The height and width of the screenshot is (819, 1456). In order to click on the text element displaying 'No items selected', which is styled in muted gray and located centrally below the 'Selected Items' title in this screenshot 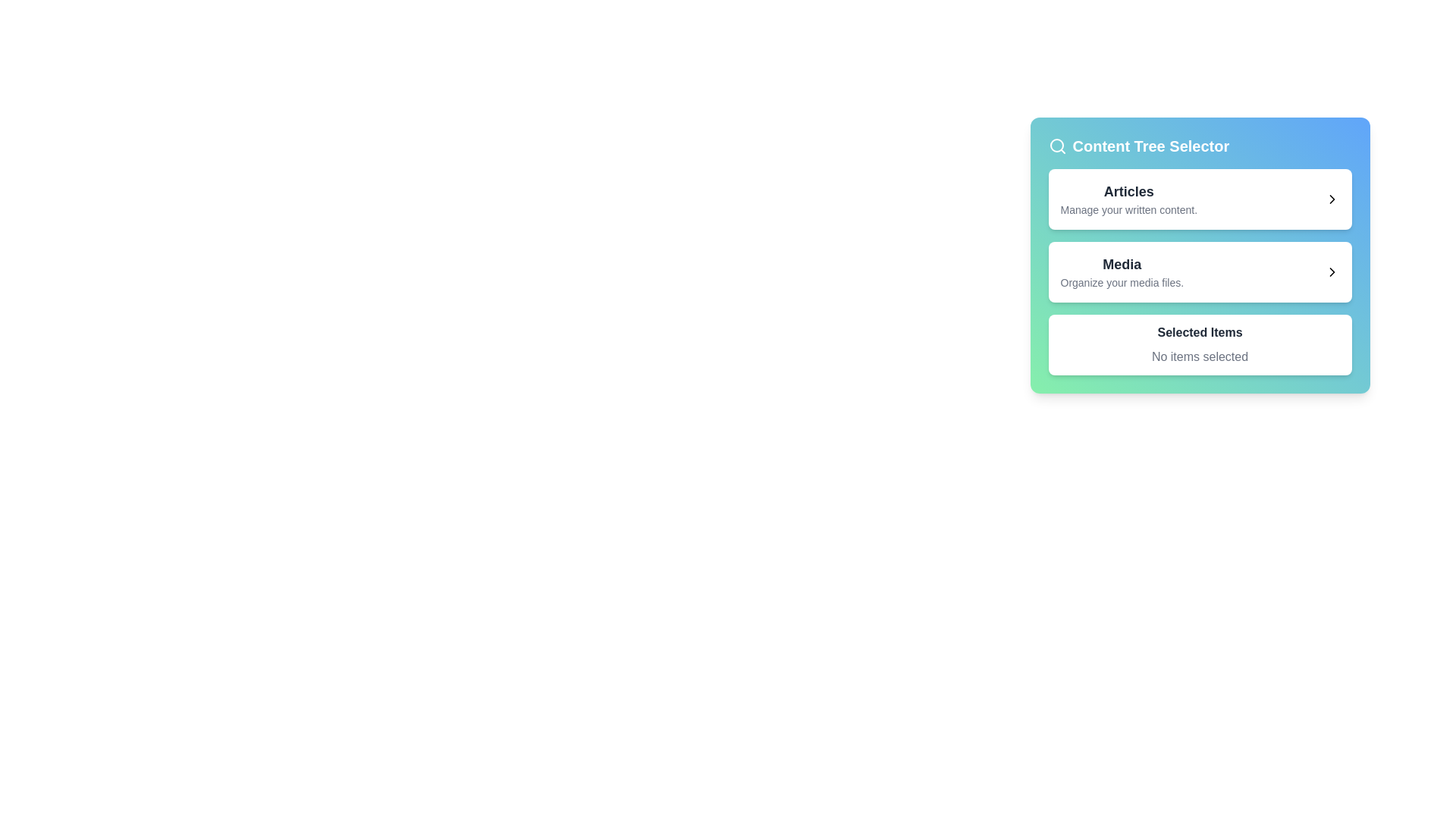, I will do `click(1199, 356)`.